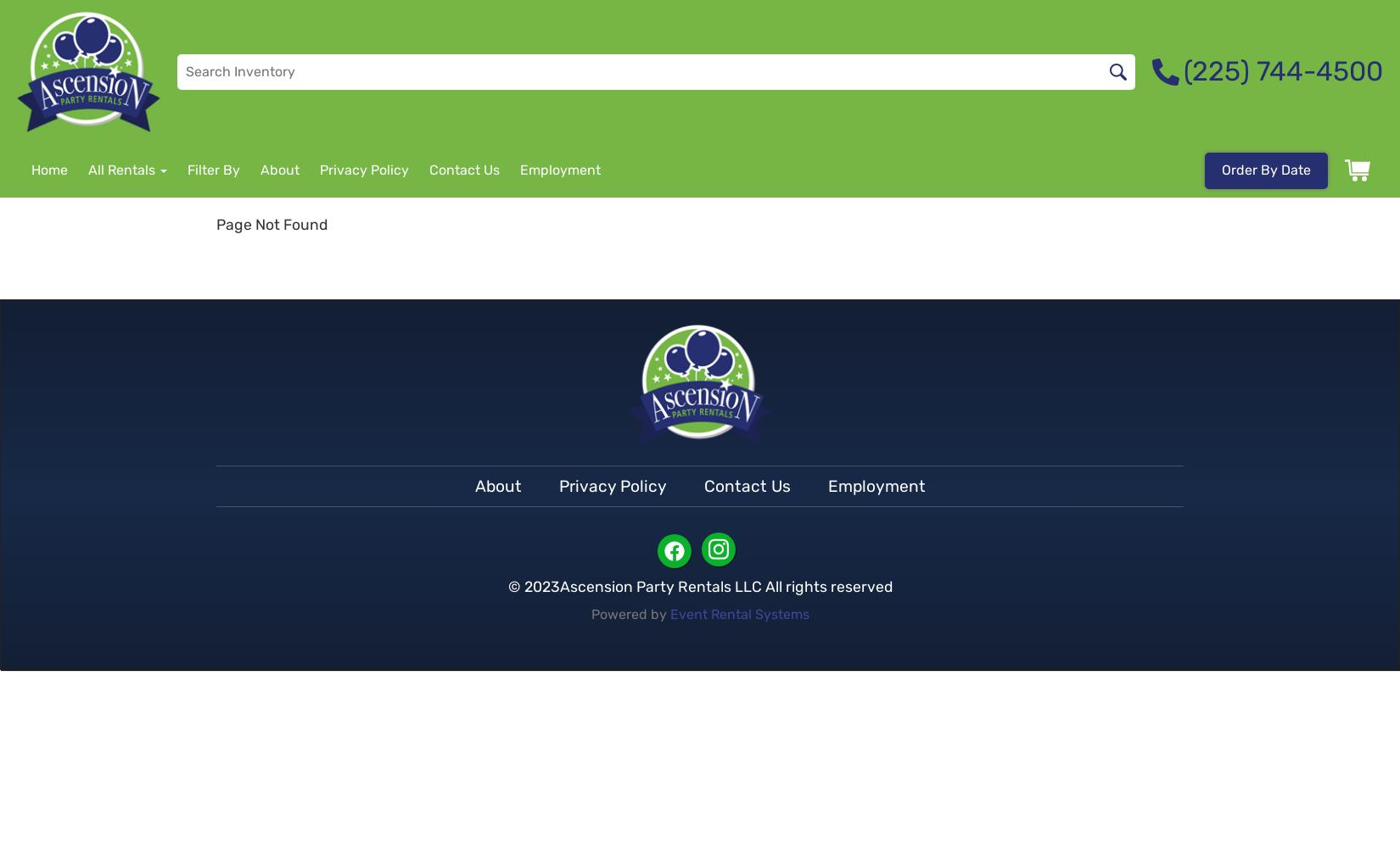  I want to click on 'Powered by', so click(629, 612).